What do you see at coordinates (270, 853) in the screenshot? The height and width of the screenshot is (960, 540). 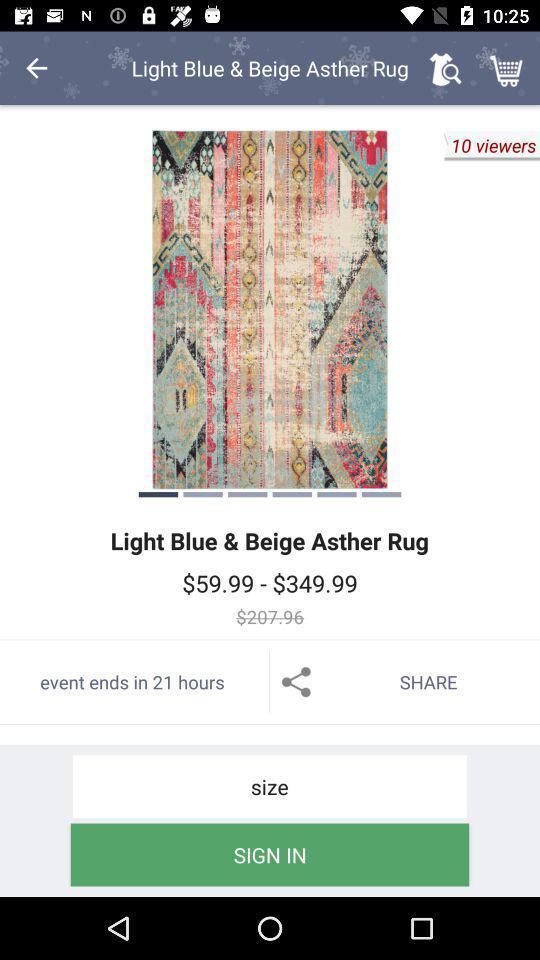 I see `sign in item` at bounding box center [270, 853].